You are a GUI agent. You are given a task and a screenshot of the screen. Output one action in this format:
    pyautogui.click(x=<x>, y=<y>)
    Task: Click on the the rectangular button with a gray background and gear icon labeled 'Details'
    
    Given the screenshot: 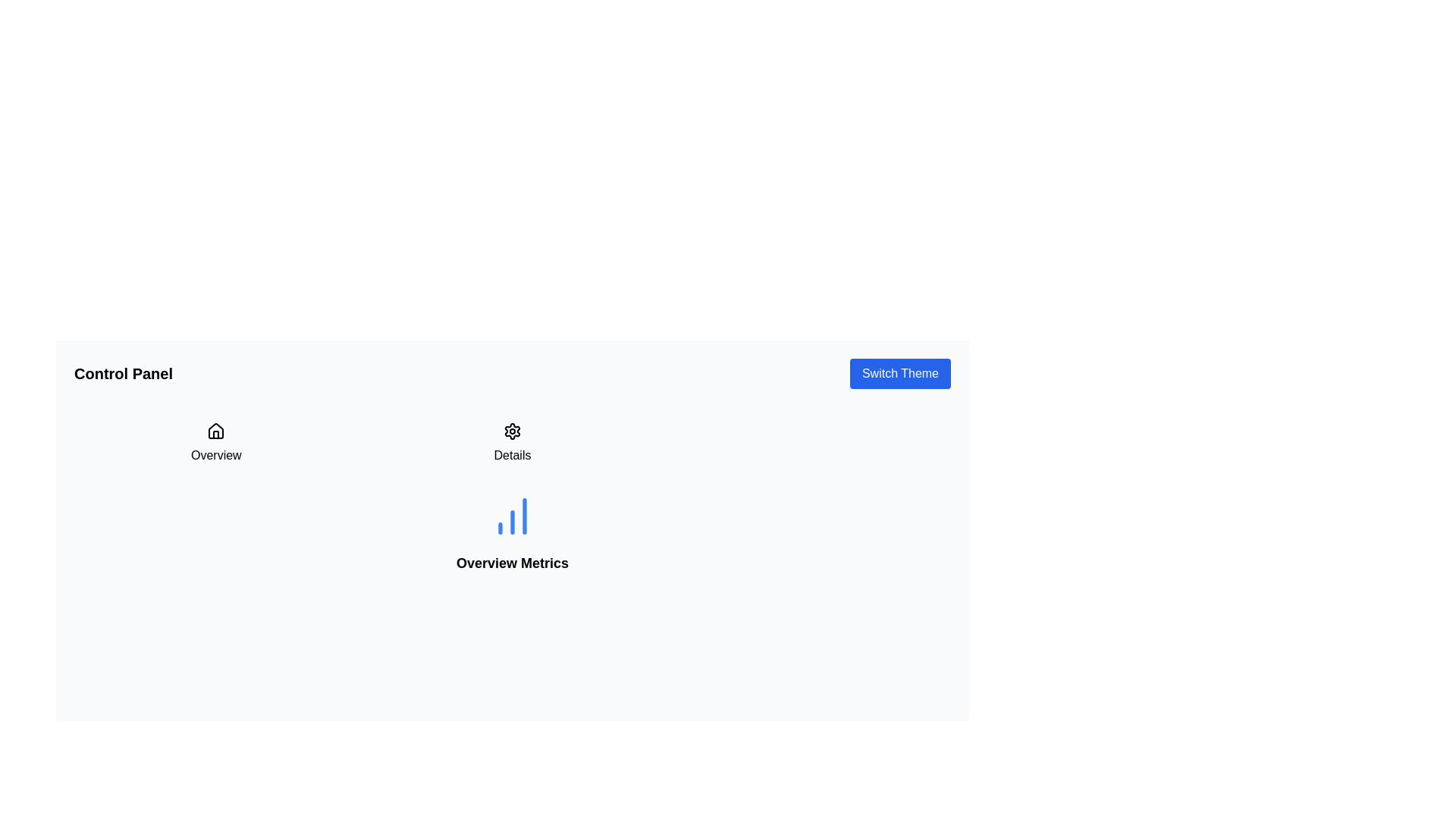 What is the action you would take?
    pyautogui.click(x=513, y=444)
    